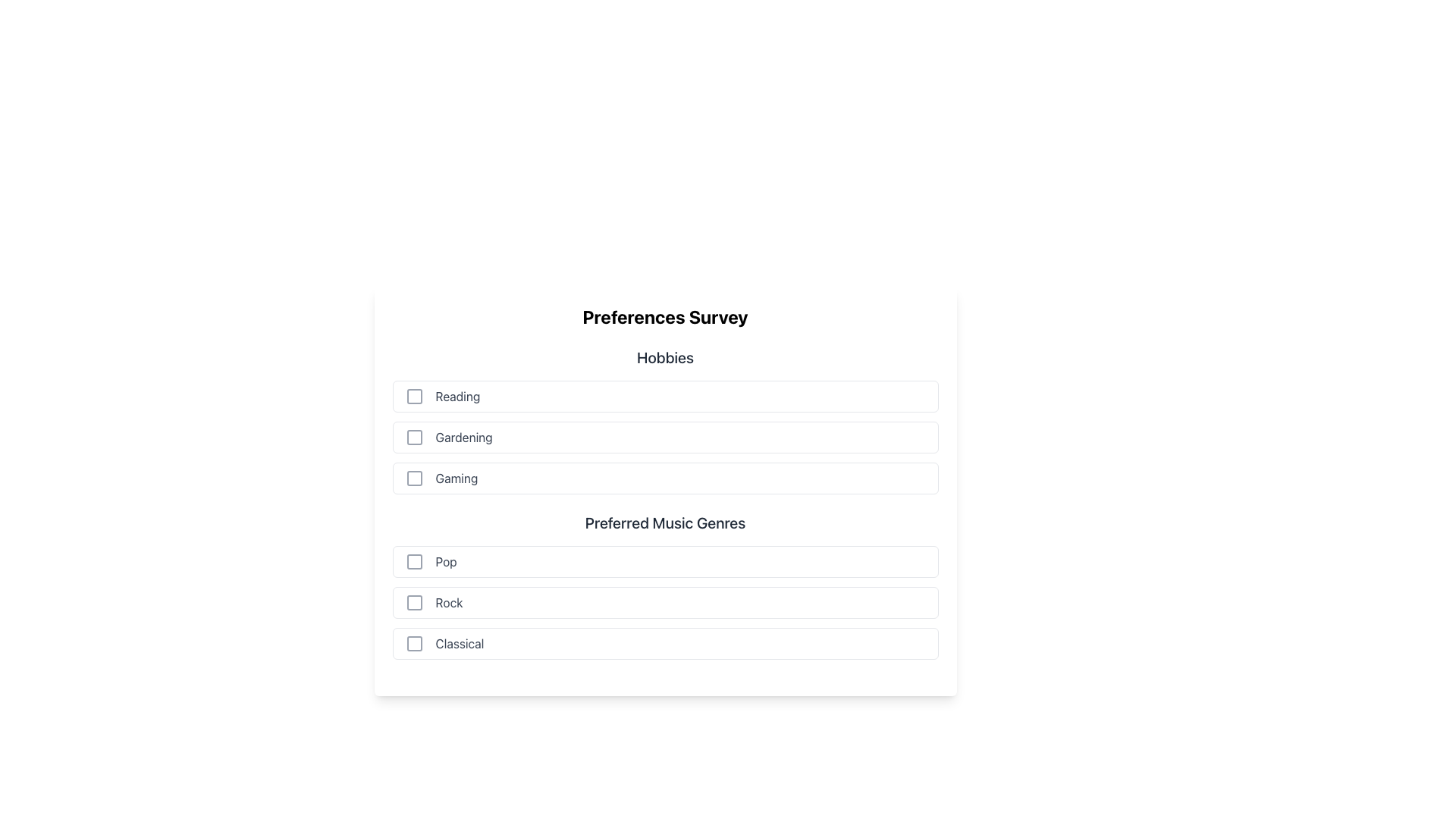 This screenshot has width=1456, height=819. Describe the element at coordinates (414, 561) in the screenshot. I see `the SVG Rectangle that serves as a selection indicator for the 'Pop' option in the 'Preferred Music Genres' section of the survey form` at that location.